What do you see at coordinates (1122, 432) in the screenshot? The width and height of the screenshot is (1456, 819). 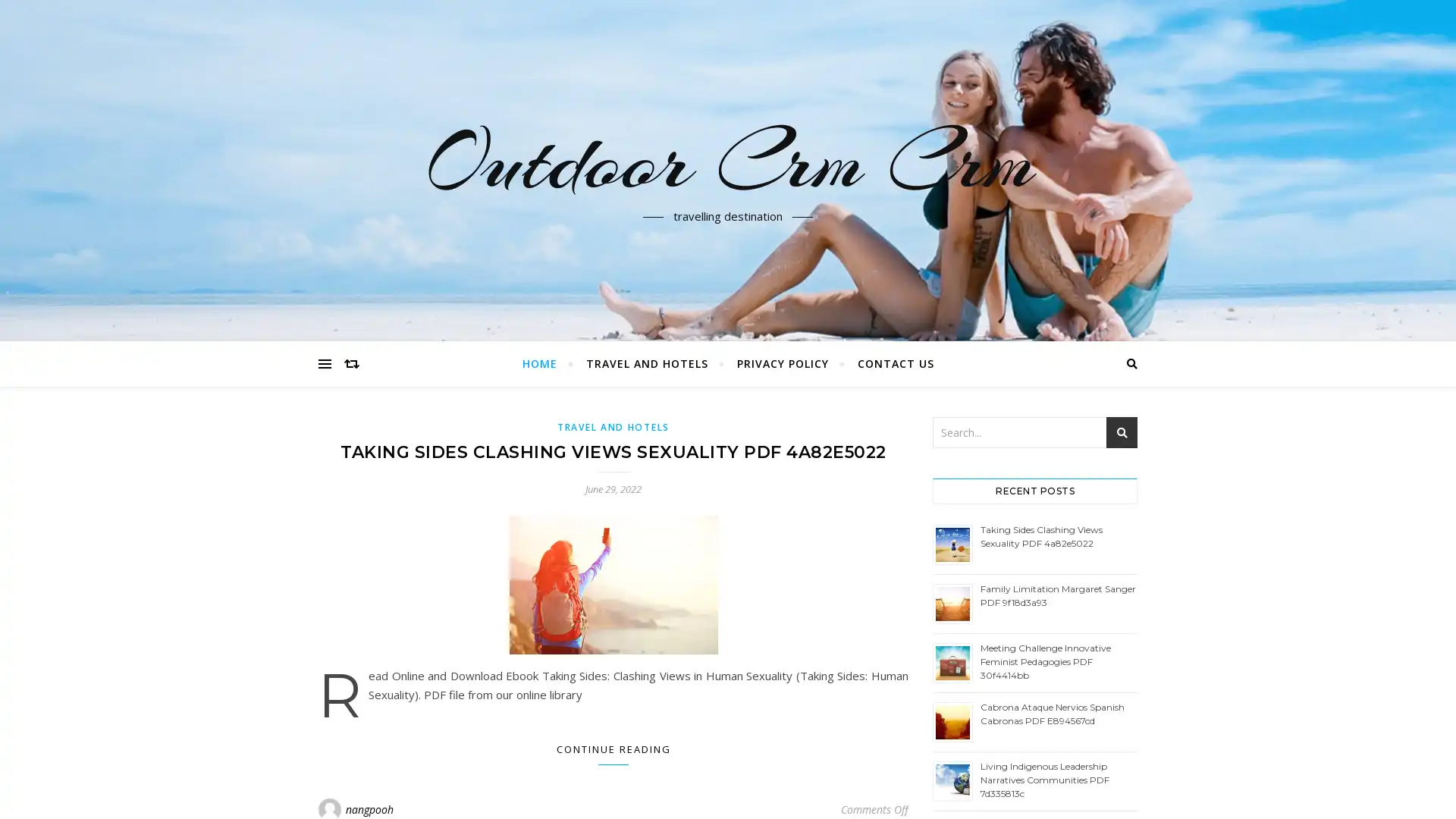 I see `st` at bounding box center [1122, 432].